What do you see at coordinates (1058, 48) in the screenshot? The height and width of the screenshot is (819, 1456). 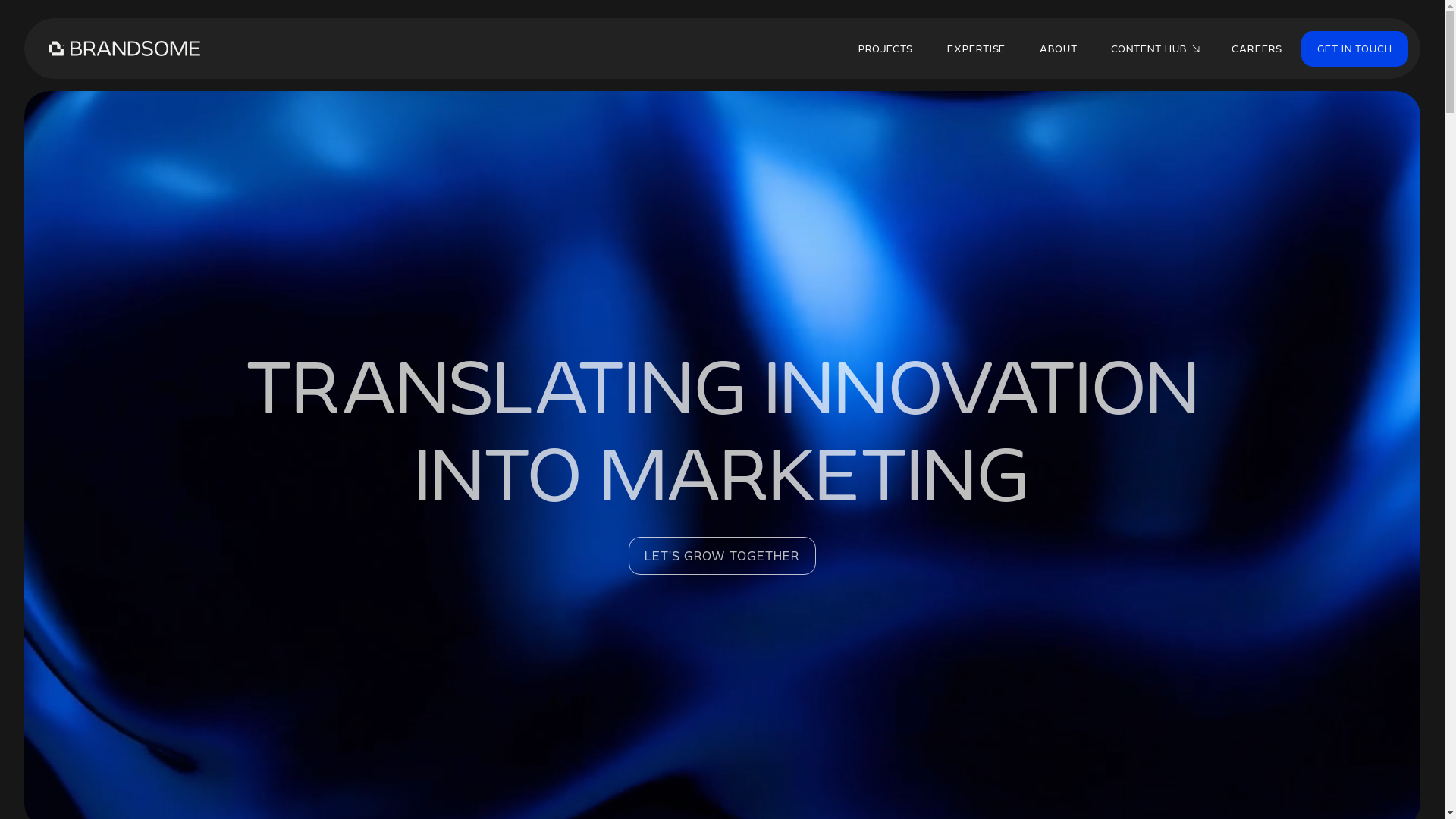 I see `'ABOUT'` at bounding box center [1058, 48].